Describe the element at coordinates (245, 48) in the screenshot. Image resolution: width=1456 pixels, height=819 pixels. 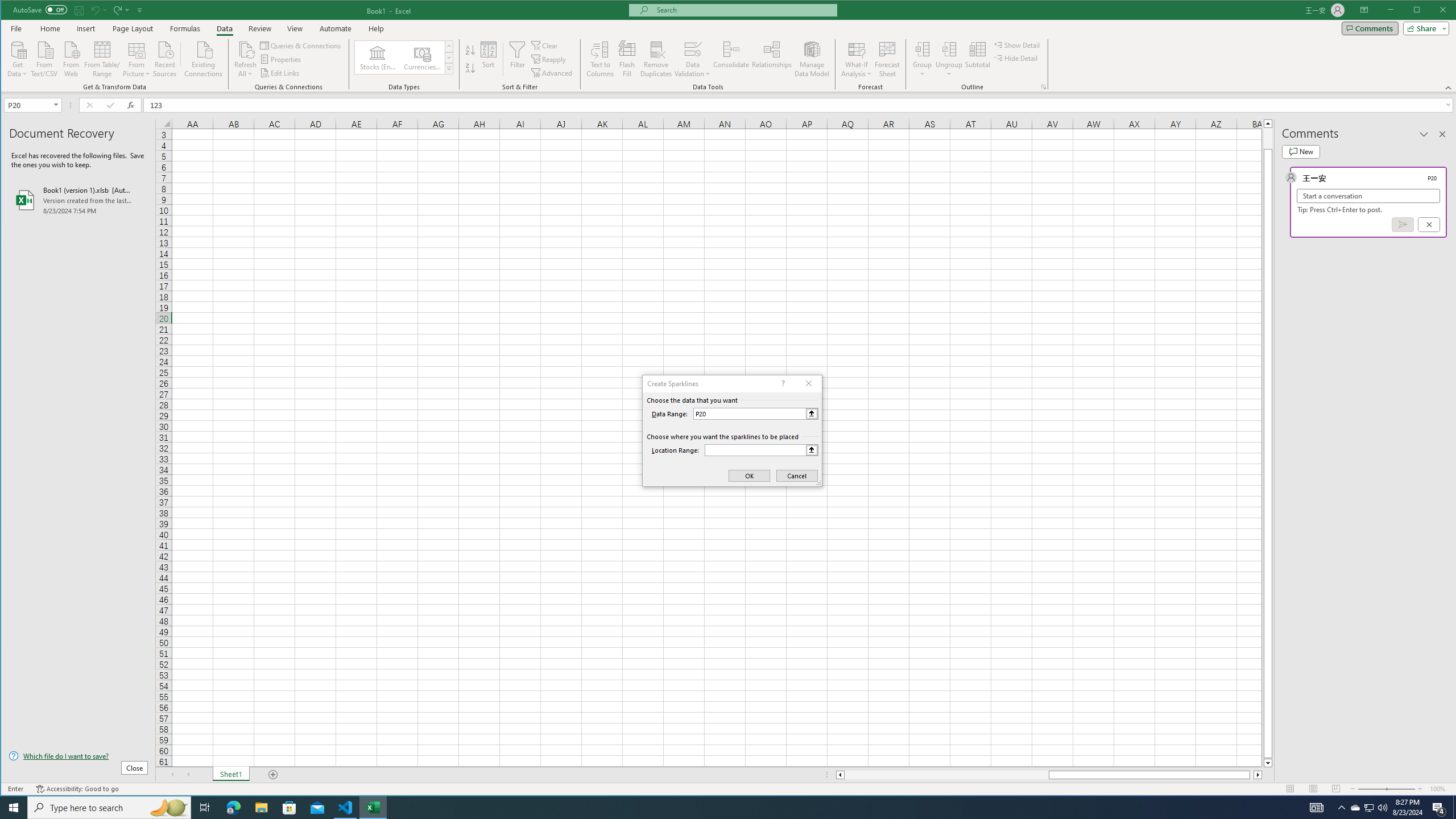
I see `'Refresh All'` at that location.